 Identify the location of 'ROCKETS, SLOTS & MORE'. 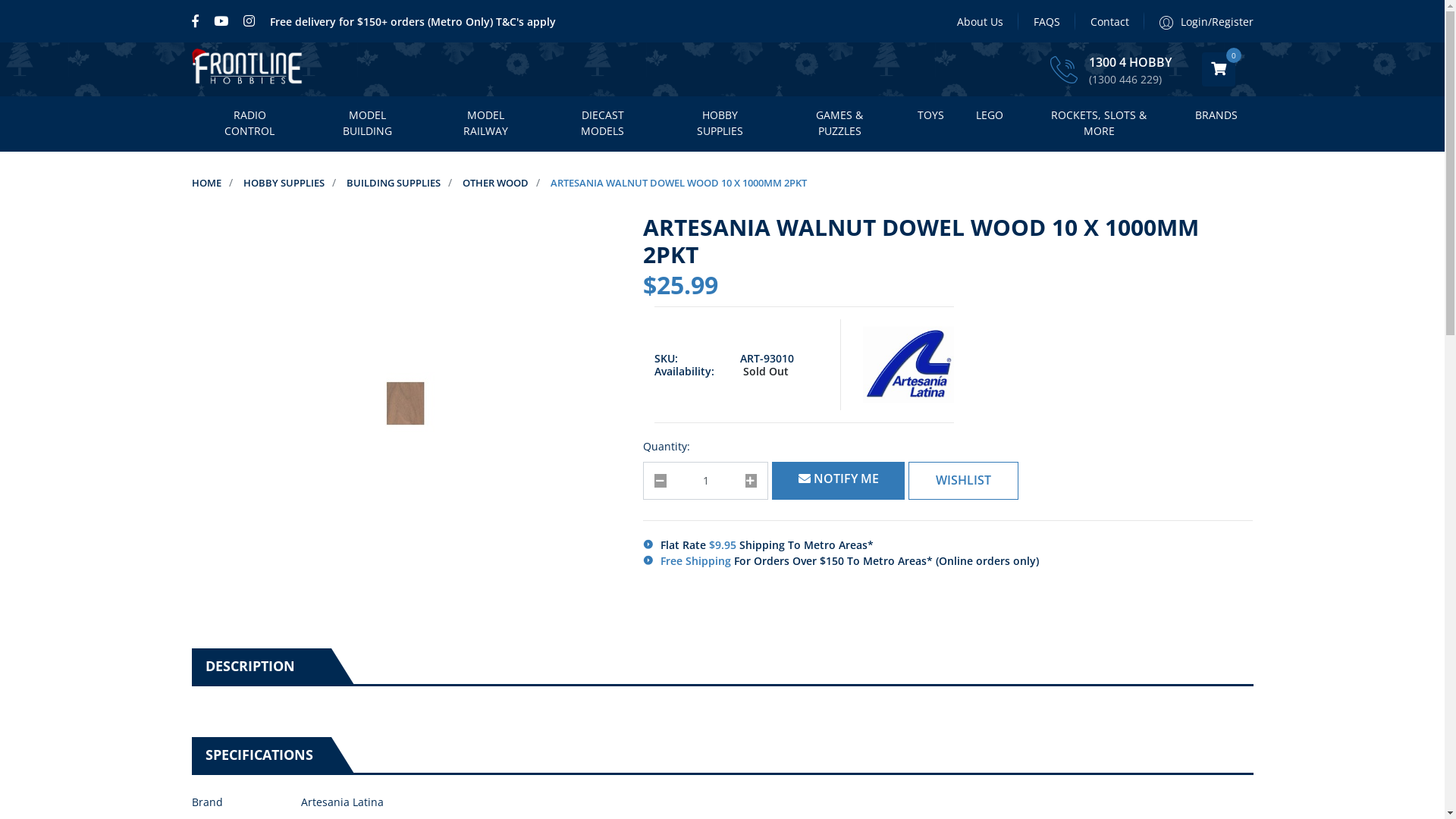
(1099, 123).